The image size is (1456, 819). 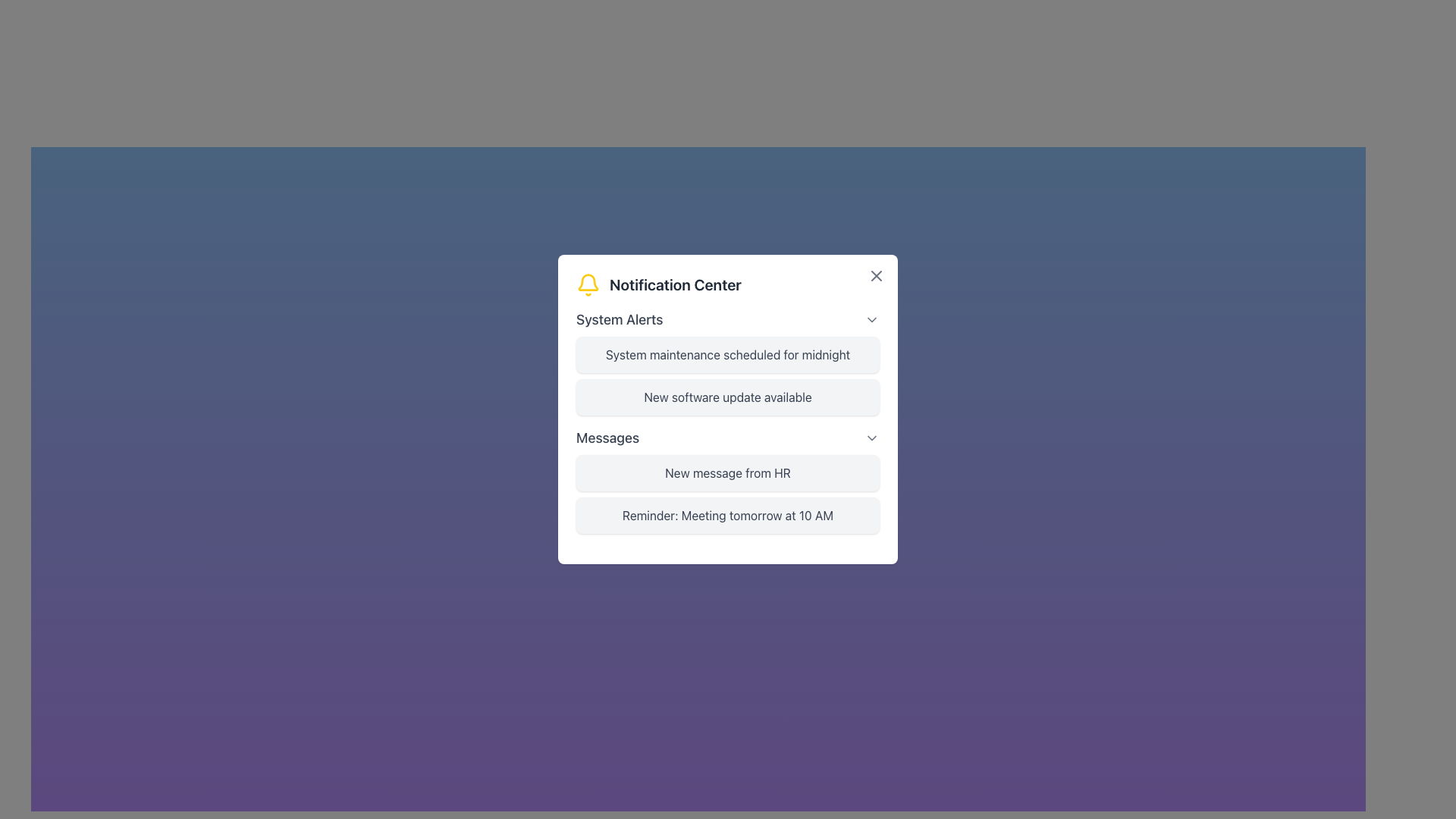 What do you see at coordinates (607, 438) in the screenshot?
I see `the 'Messages' text label located under the 'System Alerts' section in the Notification Center card` at bounding box center [607, 438].